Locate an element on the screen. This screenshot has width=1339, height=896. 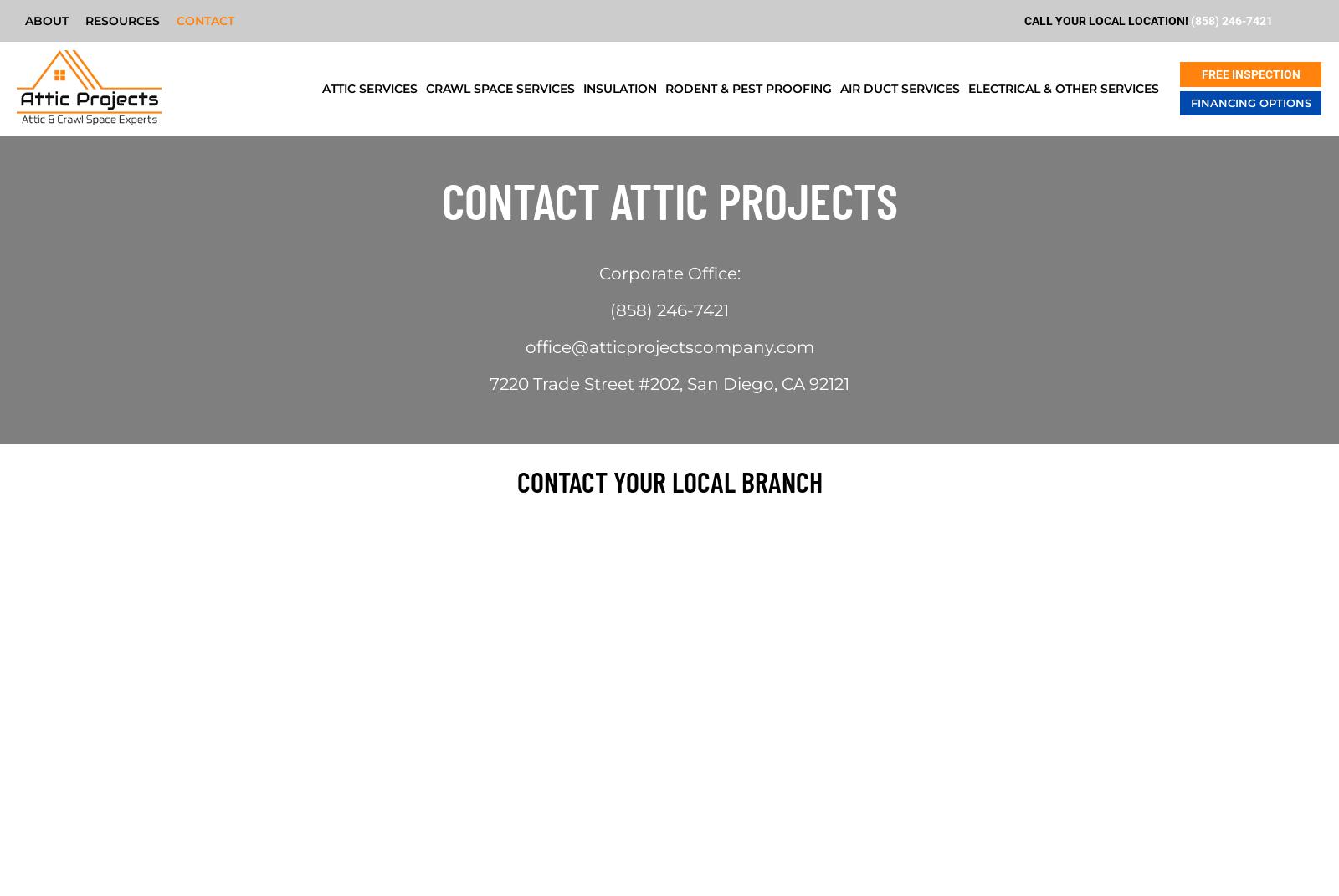
'Contact' is located at coordinates (205, 19).